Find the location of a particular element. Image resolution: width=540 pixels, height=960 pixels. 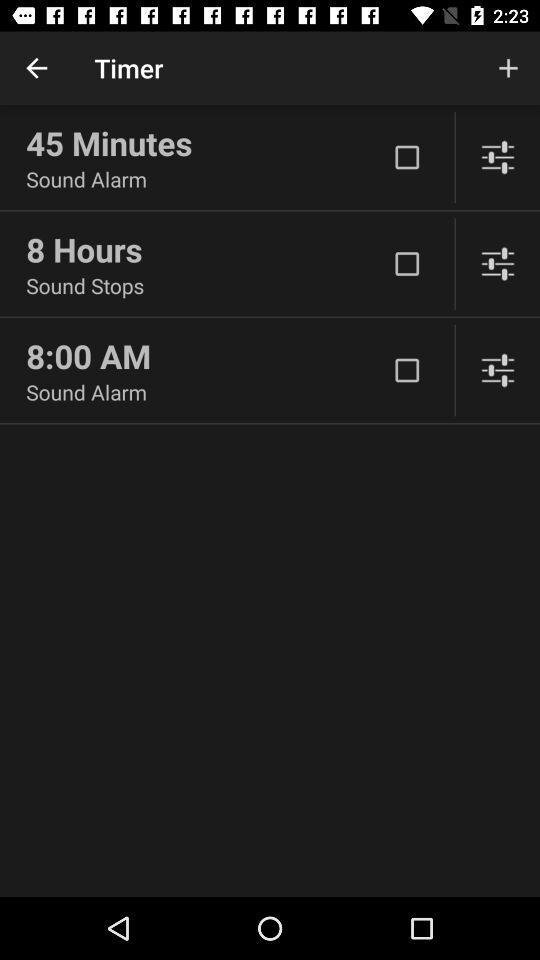

icon to the right of the timer icon is located at coordinates (508, 68).